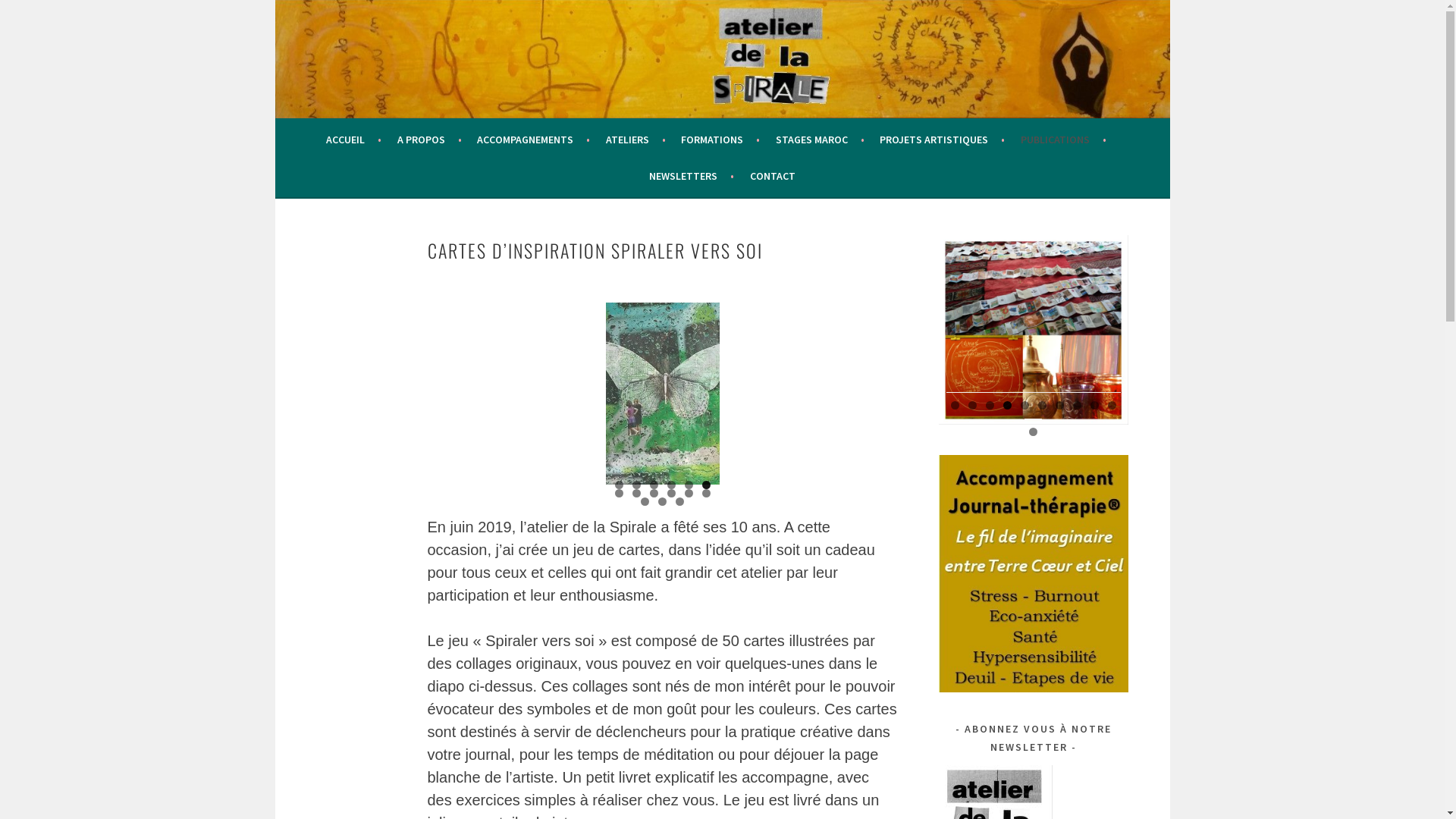  What do you see at coordinates (636, 493) in the screenshot?
I see `'8'` at bounding box center [636, 493].